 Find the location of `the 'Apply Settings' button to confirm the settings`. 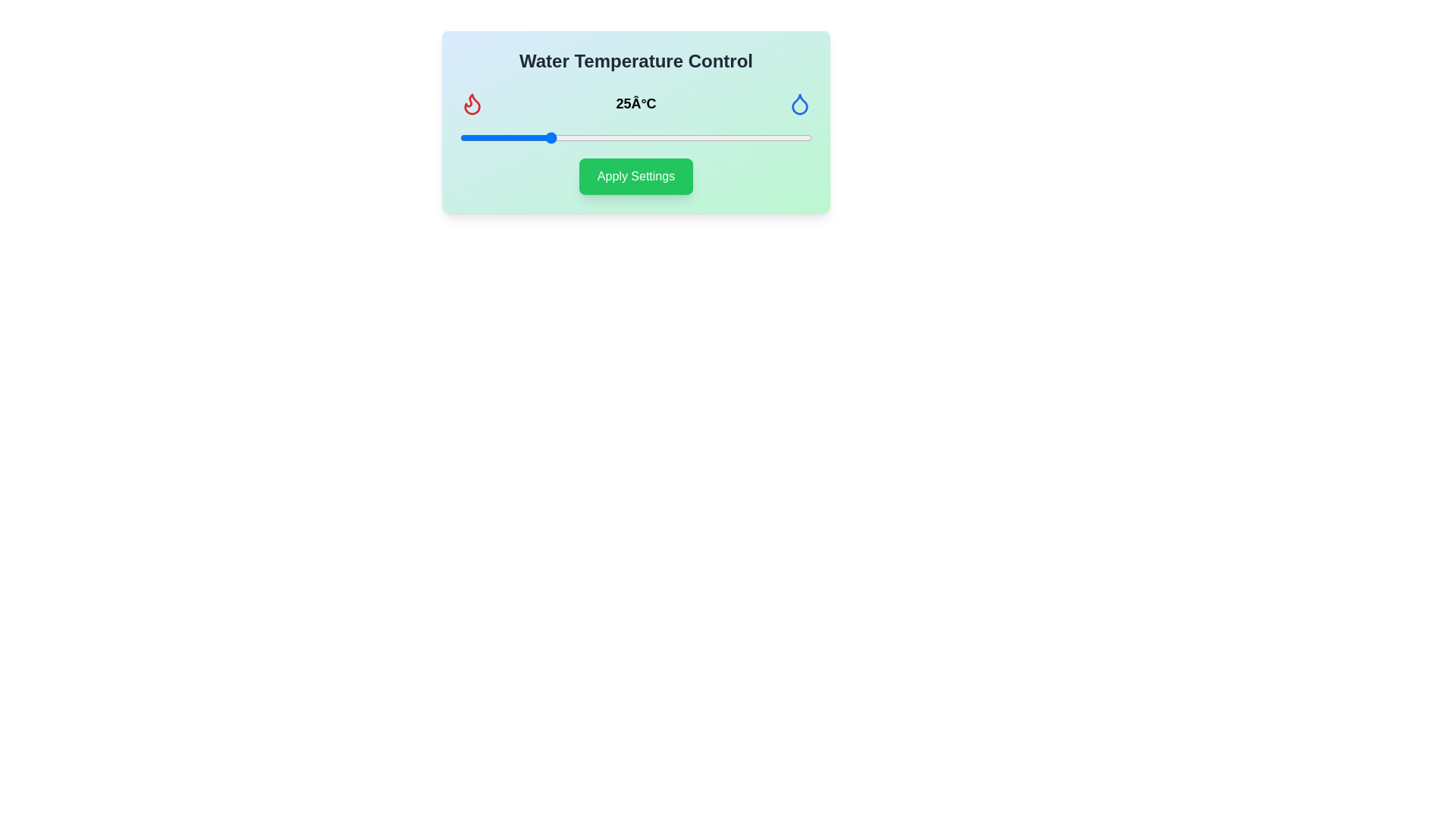

the 'Apply Settings' button to confirm the settings is located at coordinates (636, 175).